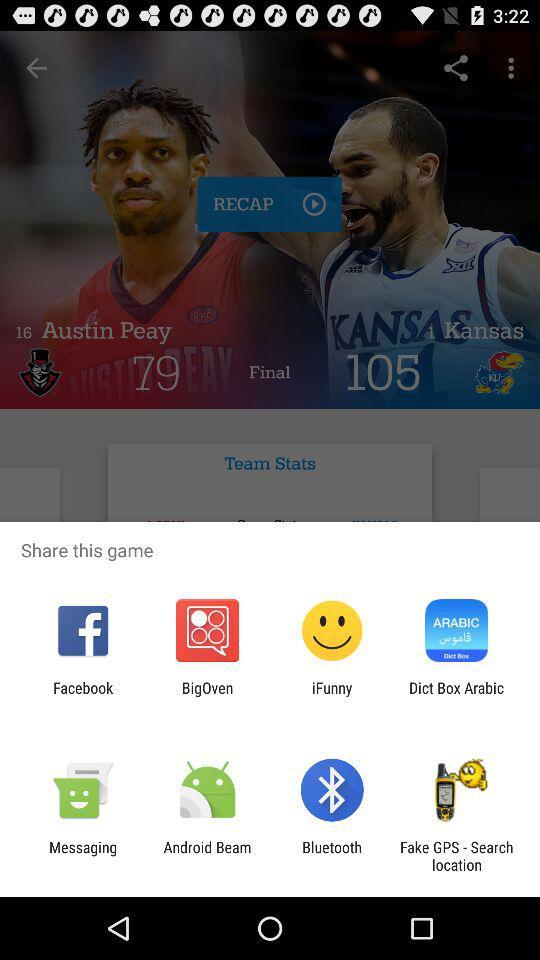 The image size is (540, 960). I want to click on the app next to facebook icon, so click(206, 696).